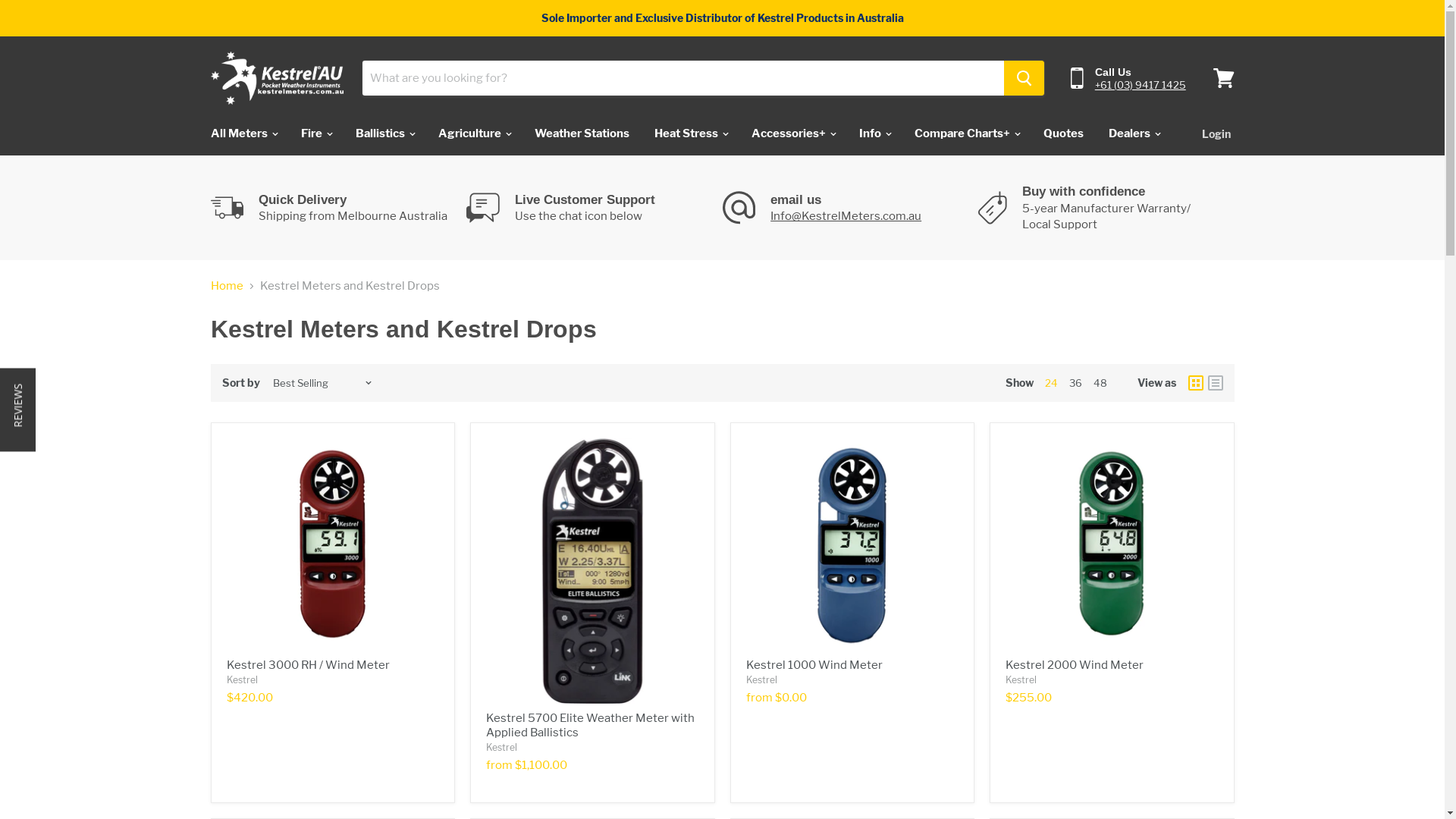  What do you see at coordinates (384, 133) in the screenshot?
I see `'Ballistics'` at bounding box center [384, 133].